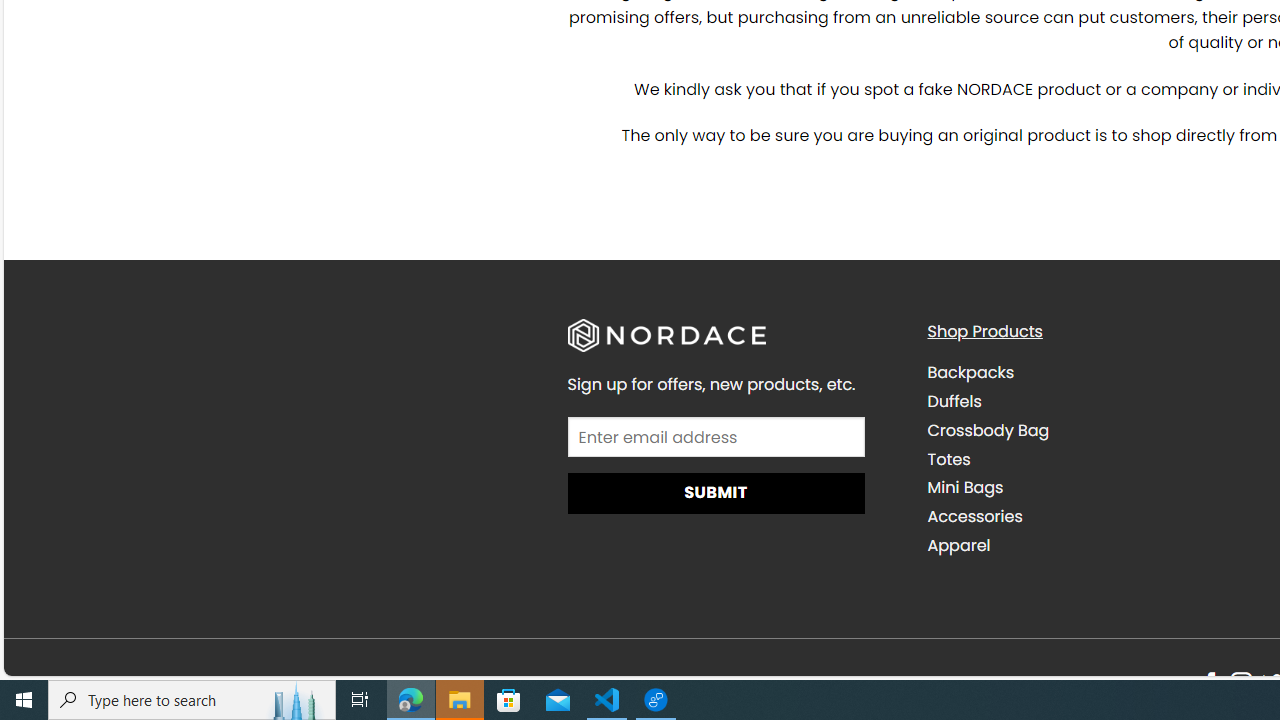  Describe the element at coordinates (716, 436) in the screenshot. I see `'AutomationID: input_4_1'` at that location.